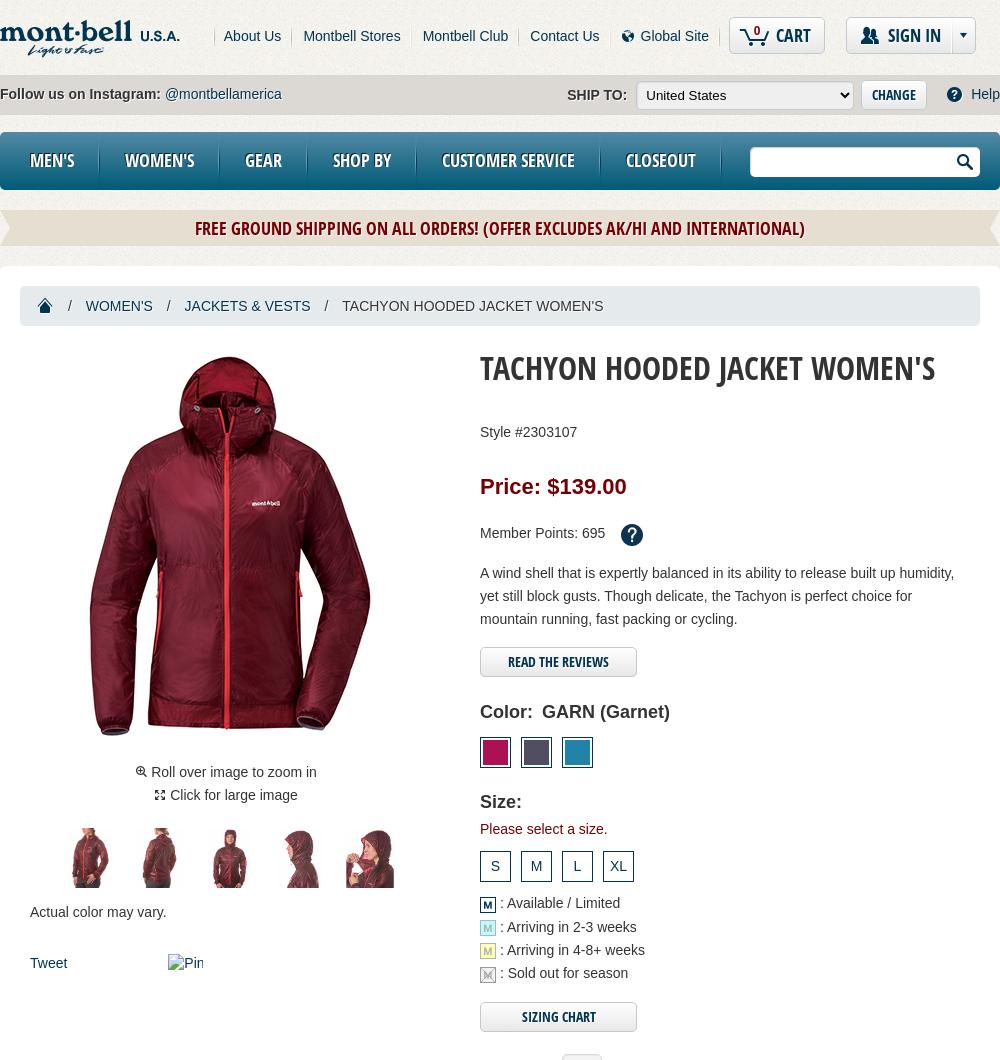  Describe the element at coordinates (221, 94) in the screenshot. I see `'@montbellamerica'` at that location.